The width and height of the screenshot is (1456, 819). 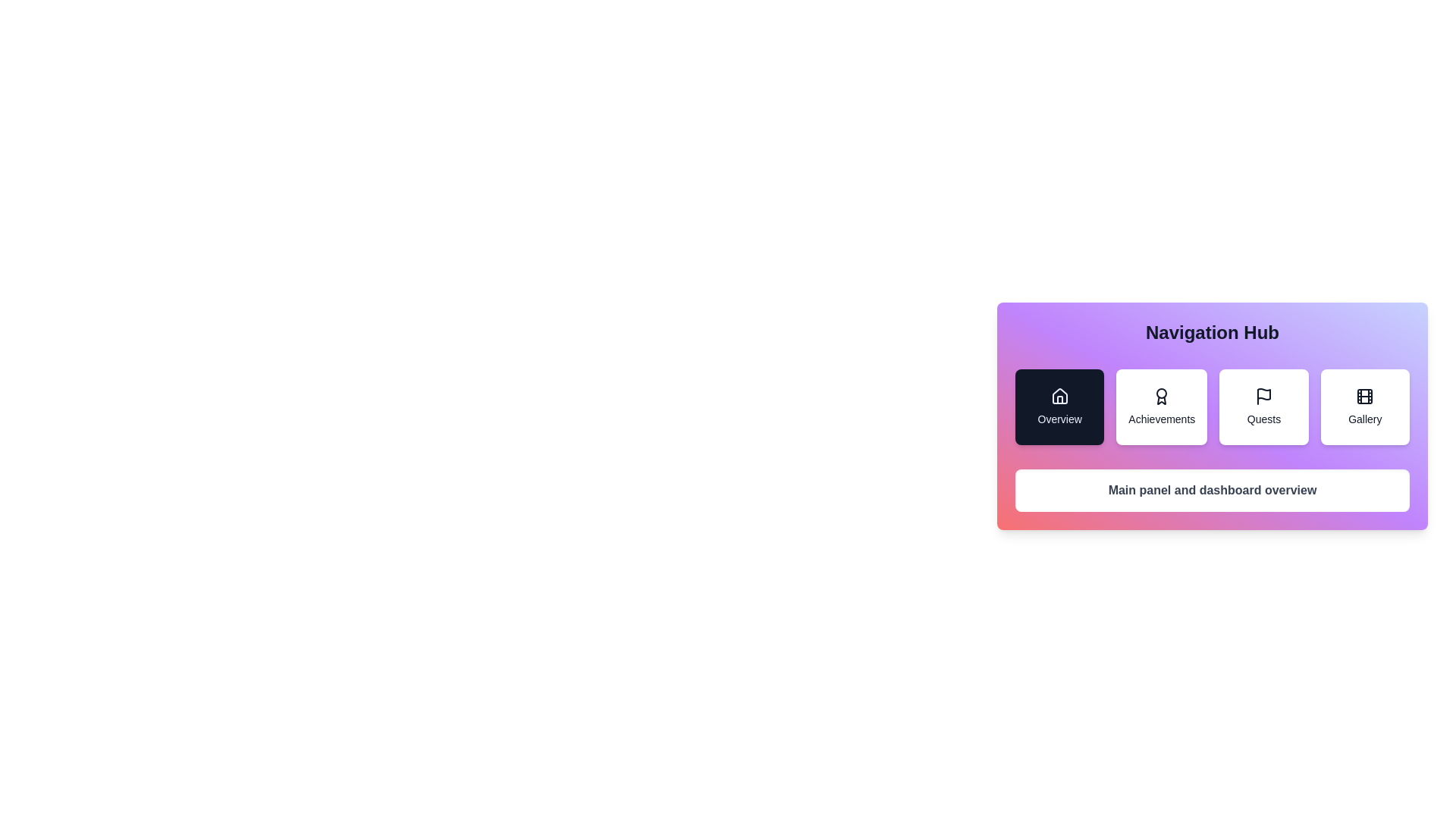 I want to click on the 'Gallery' icon element, which is a rectangular icon resembling a filmstrip with a label 'Gallery' below it, located in the last section of the navigation hub, so click(x=1365, y=396).